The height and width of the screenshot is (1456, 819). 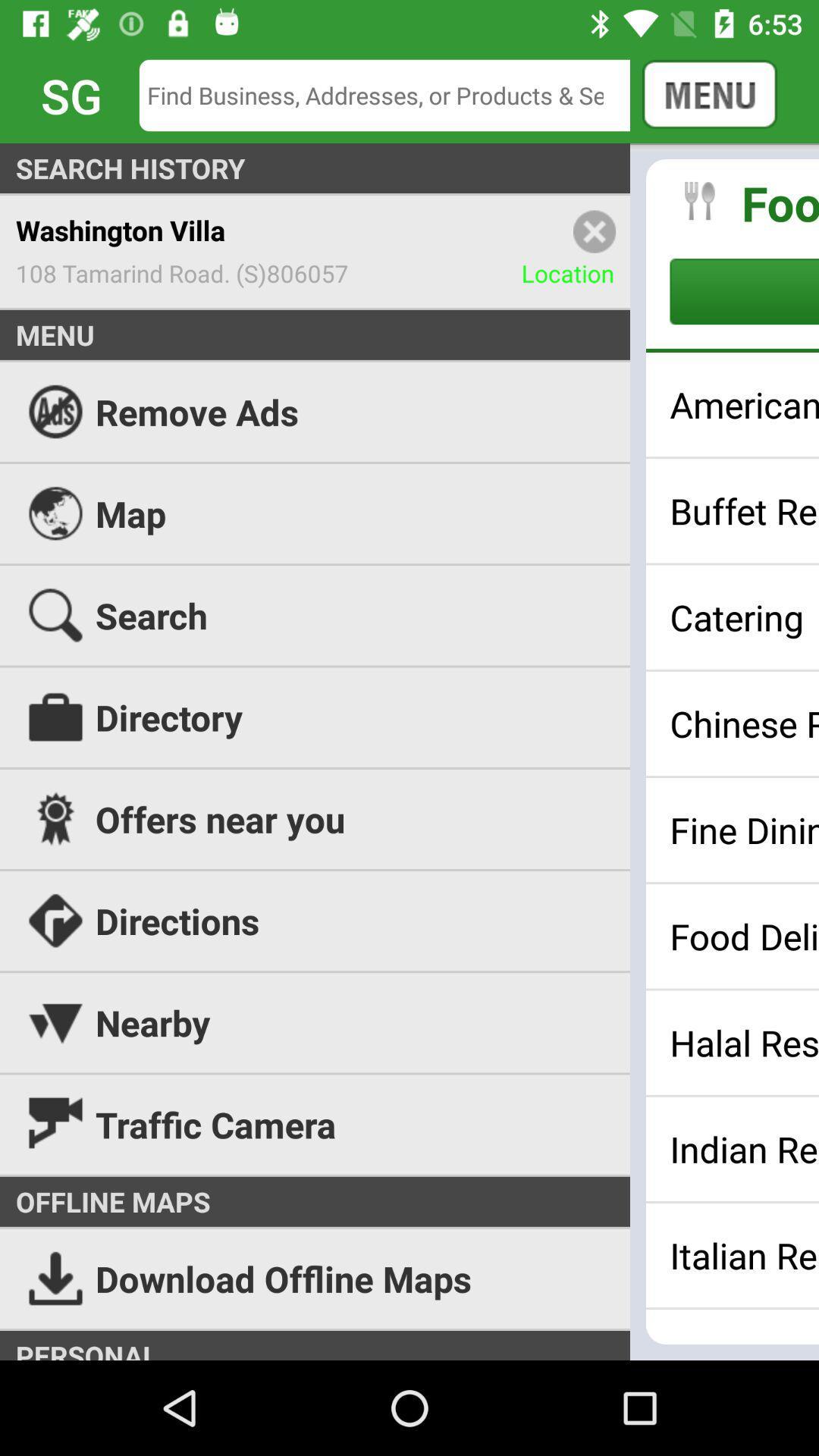 I want to click on the icon below the offers near you icon, so click(x=409, y=920).